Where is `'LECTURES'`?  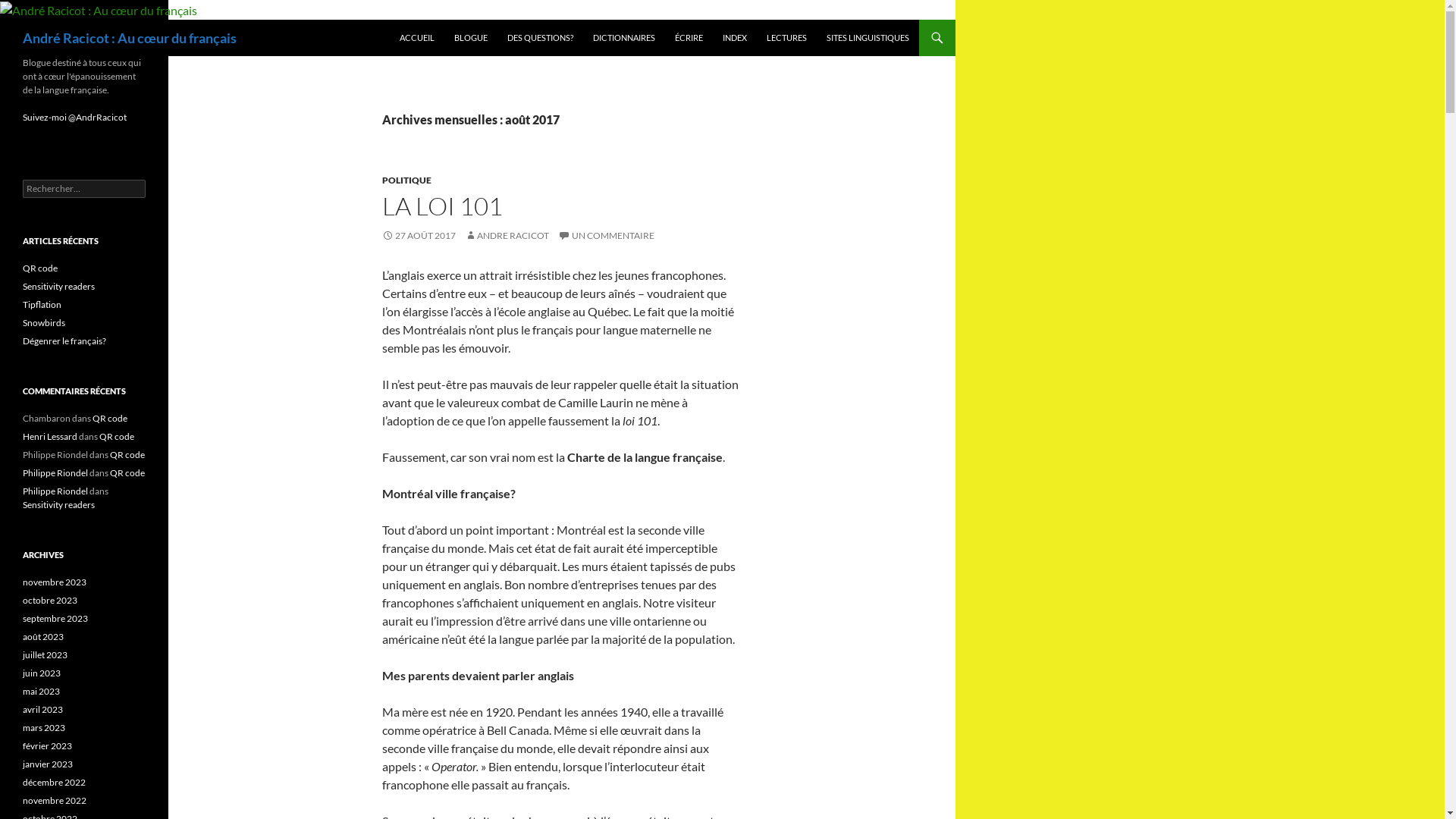 'LECTURES' is located at coordinates (757, 37).